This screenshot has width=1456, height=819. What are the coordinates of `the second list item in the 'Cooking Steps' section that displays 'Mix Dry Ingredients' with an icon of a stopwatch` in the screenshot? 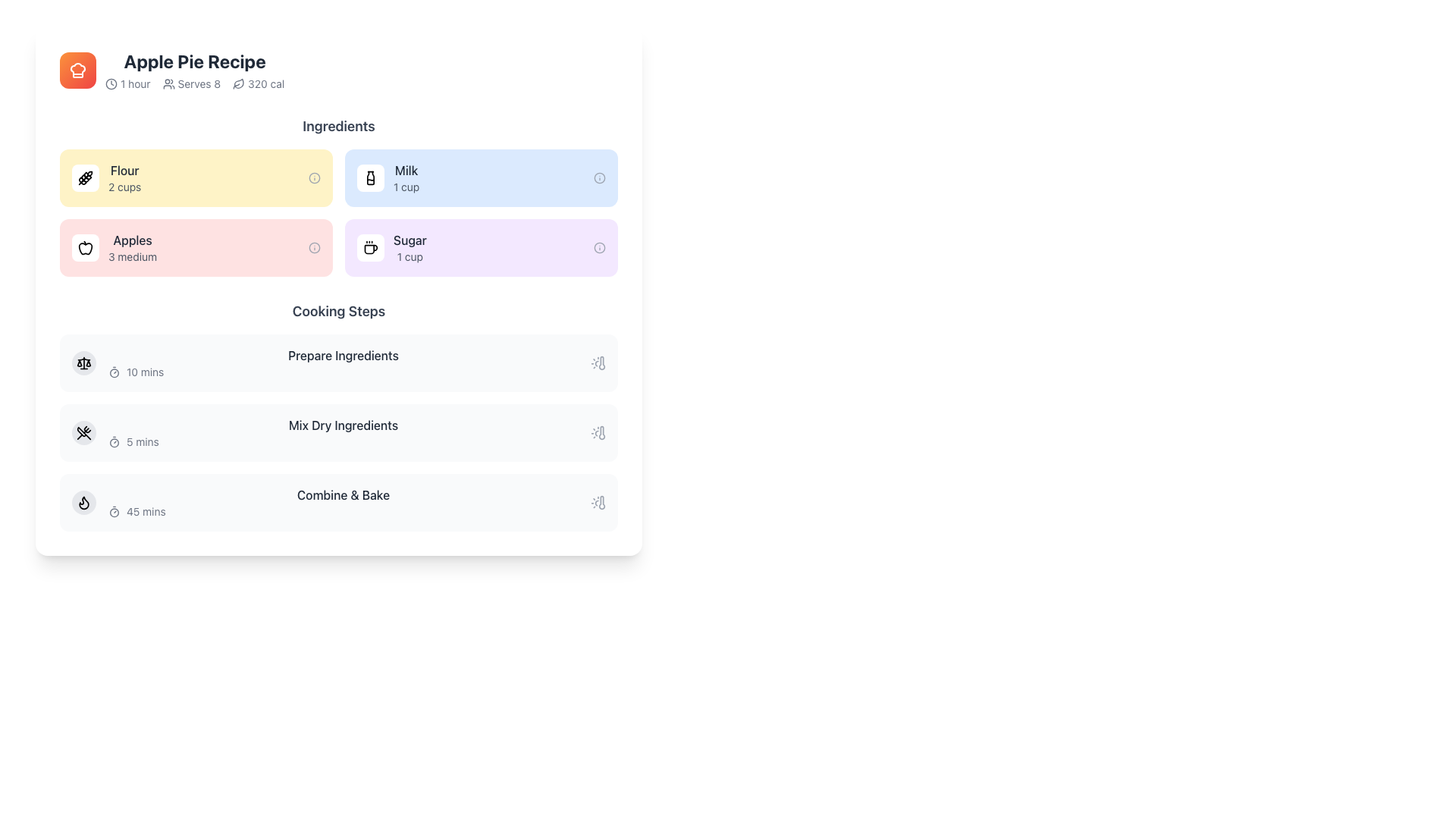 It's located at (342, 432).